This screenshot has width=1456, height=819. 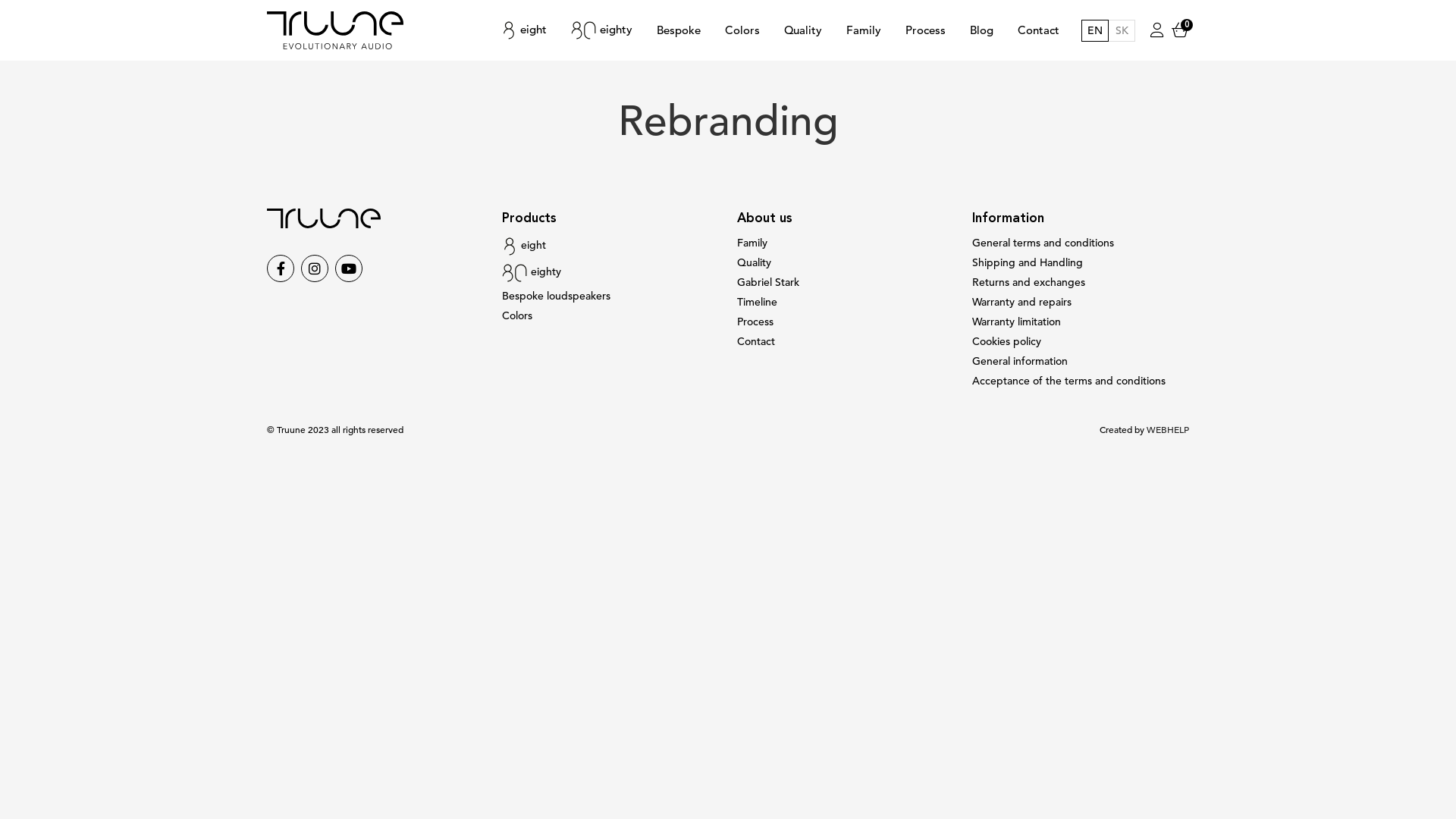 What do you see at coordinates (736, 282) in the screenshot?
I see `'Gabriel Stark'` at bounding box center [736, 282].